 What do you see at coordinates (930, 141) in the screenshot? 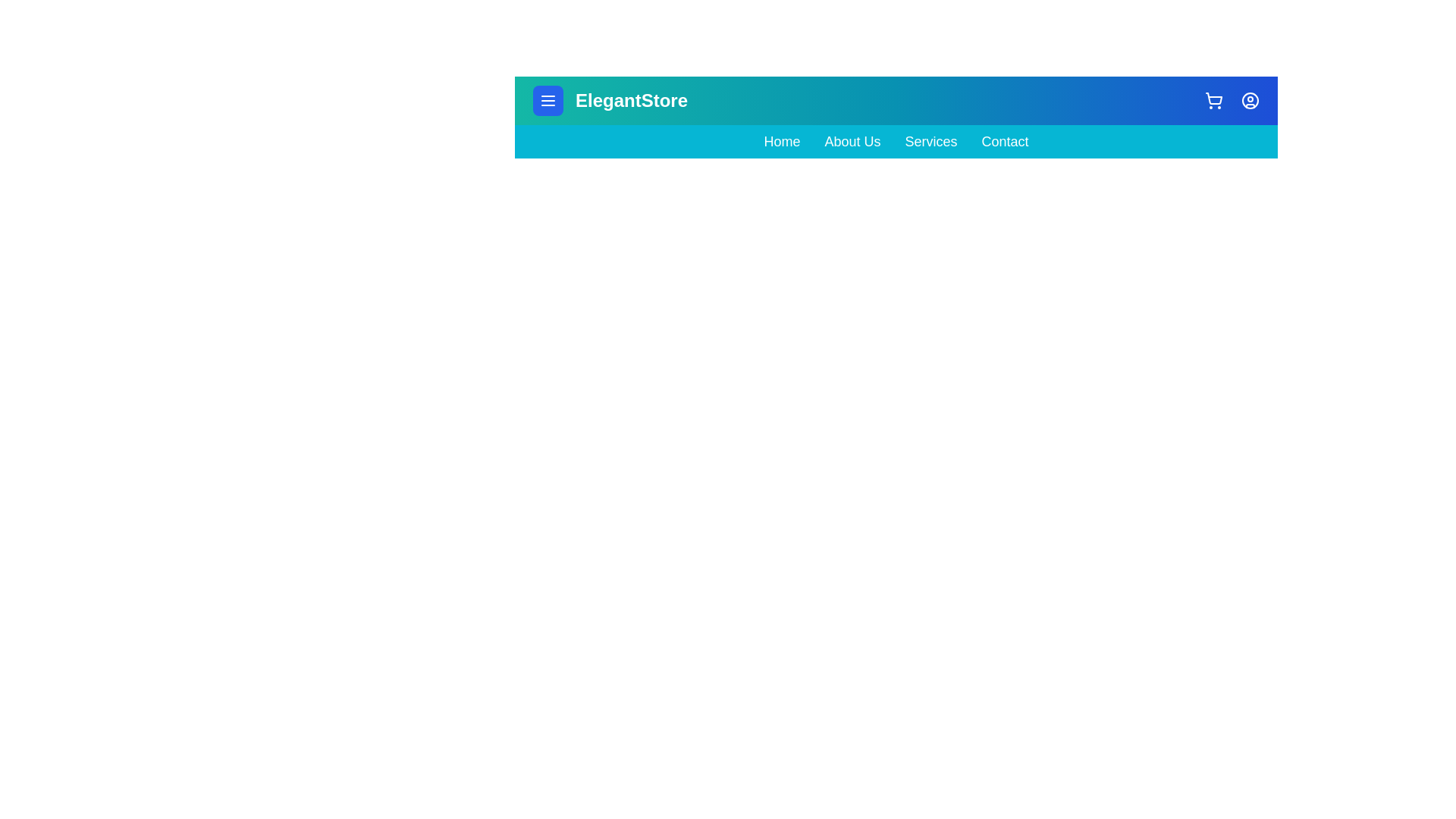
I see `the navigation link Services` at bounding box center [930, 141].